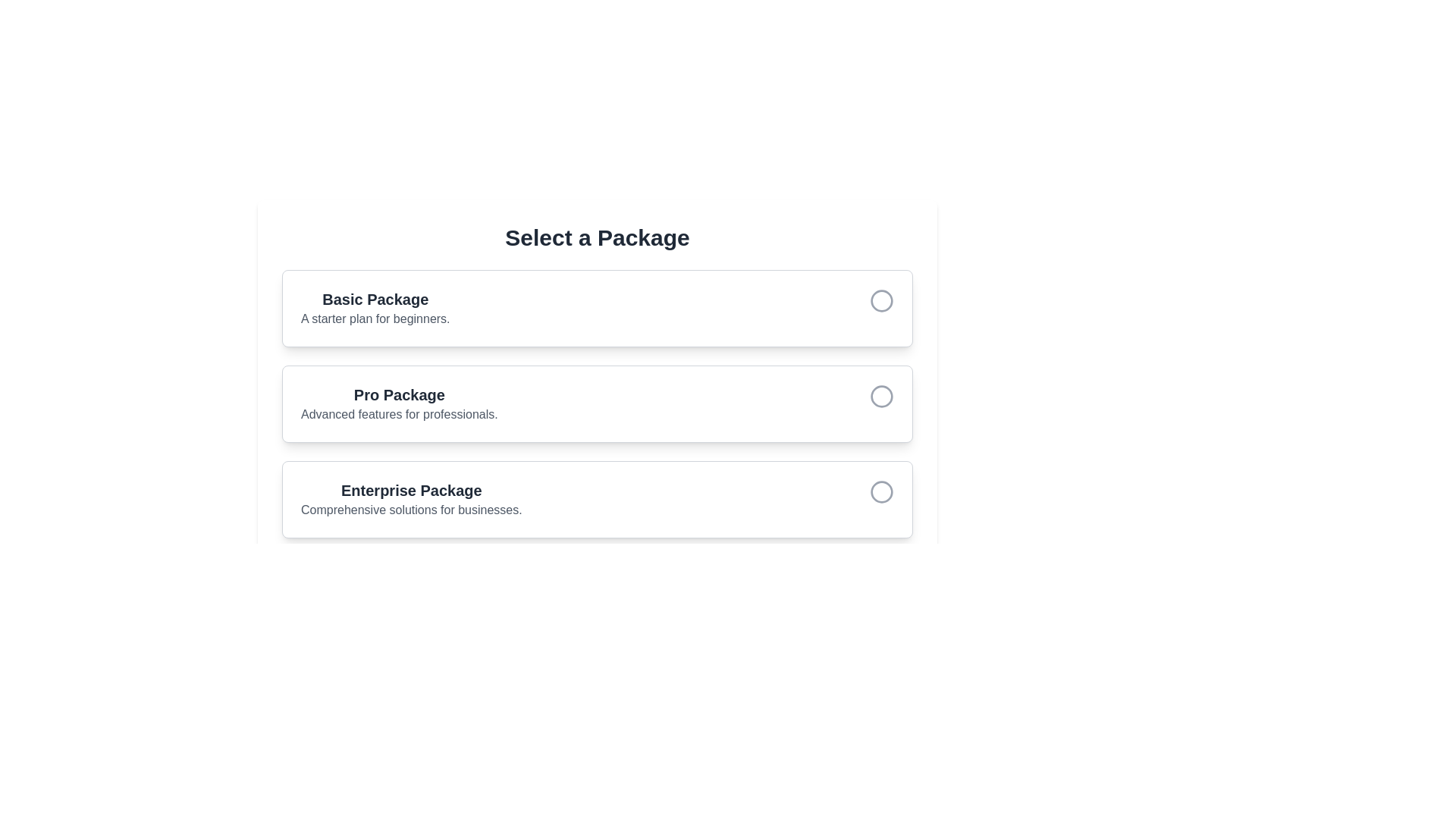 Image resolution: width=1456 pixels, height=819 pixels. I want to click on the 'Basic Package' text block which is the first option in the 'Select a Package' section, featuring bold text and a description below, so click(375, 308).